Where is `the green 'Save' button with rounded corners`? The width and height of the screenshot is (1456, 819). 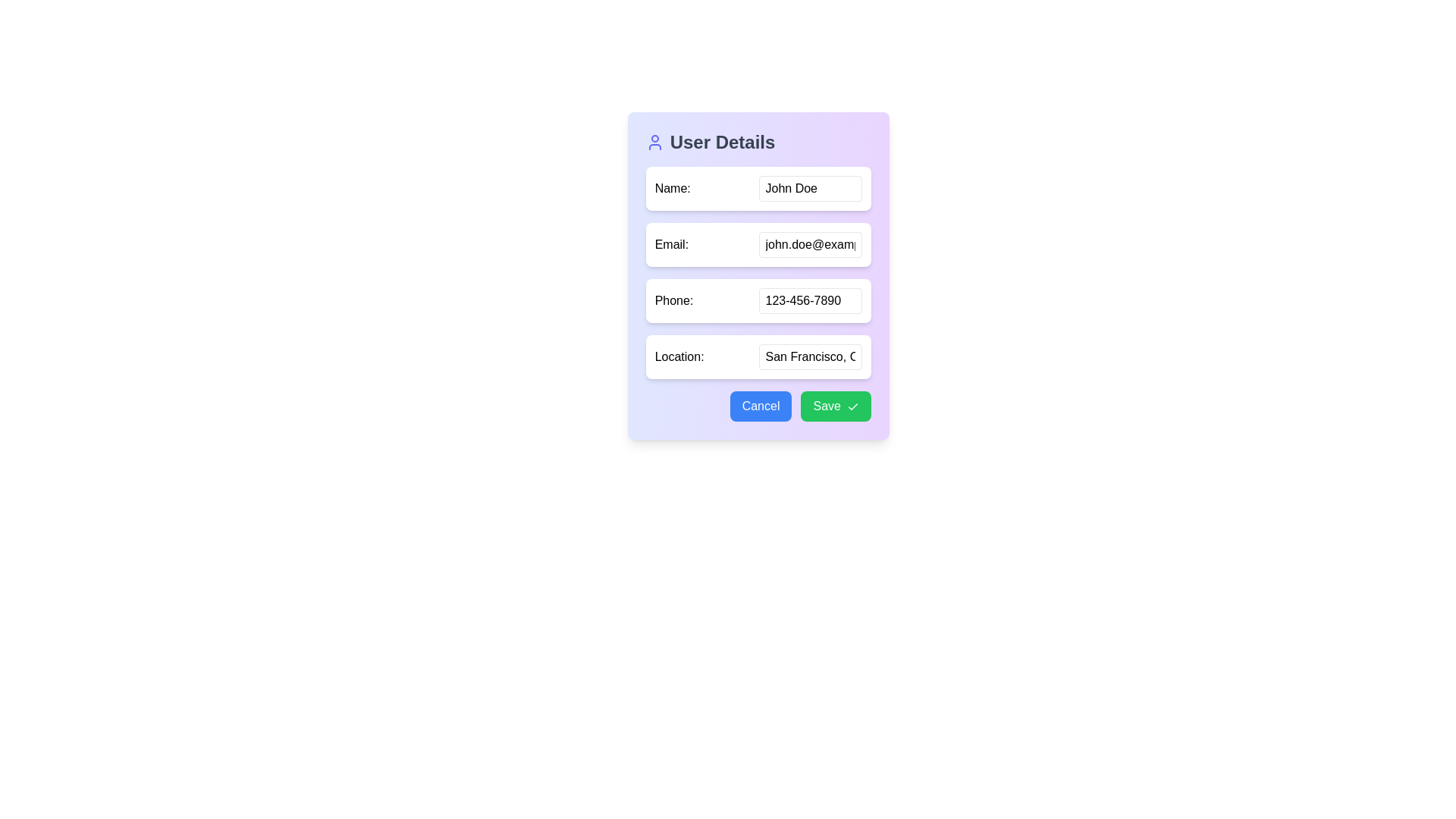
the green 'Save' button with rounded corners is located at coordinates (835, 406).